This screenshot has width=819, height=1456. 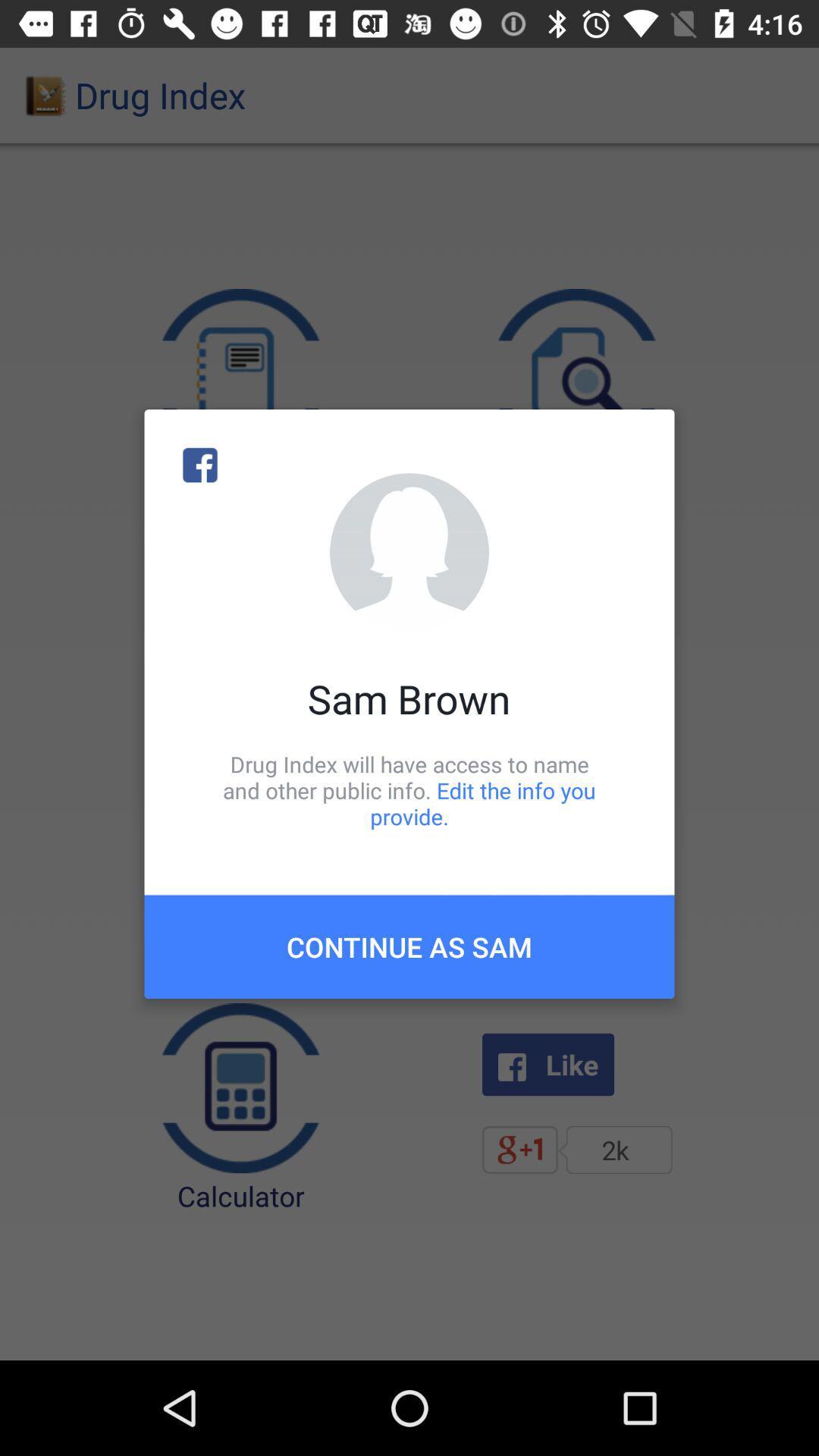 I want to click on icon below sam brown icon, so click(x=409, y=789).